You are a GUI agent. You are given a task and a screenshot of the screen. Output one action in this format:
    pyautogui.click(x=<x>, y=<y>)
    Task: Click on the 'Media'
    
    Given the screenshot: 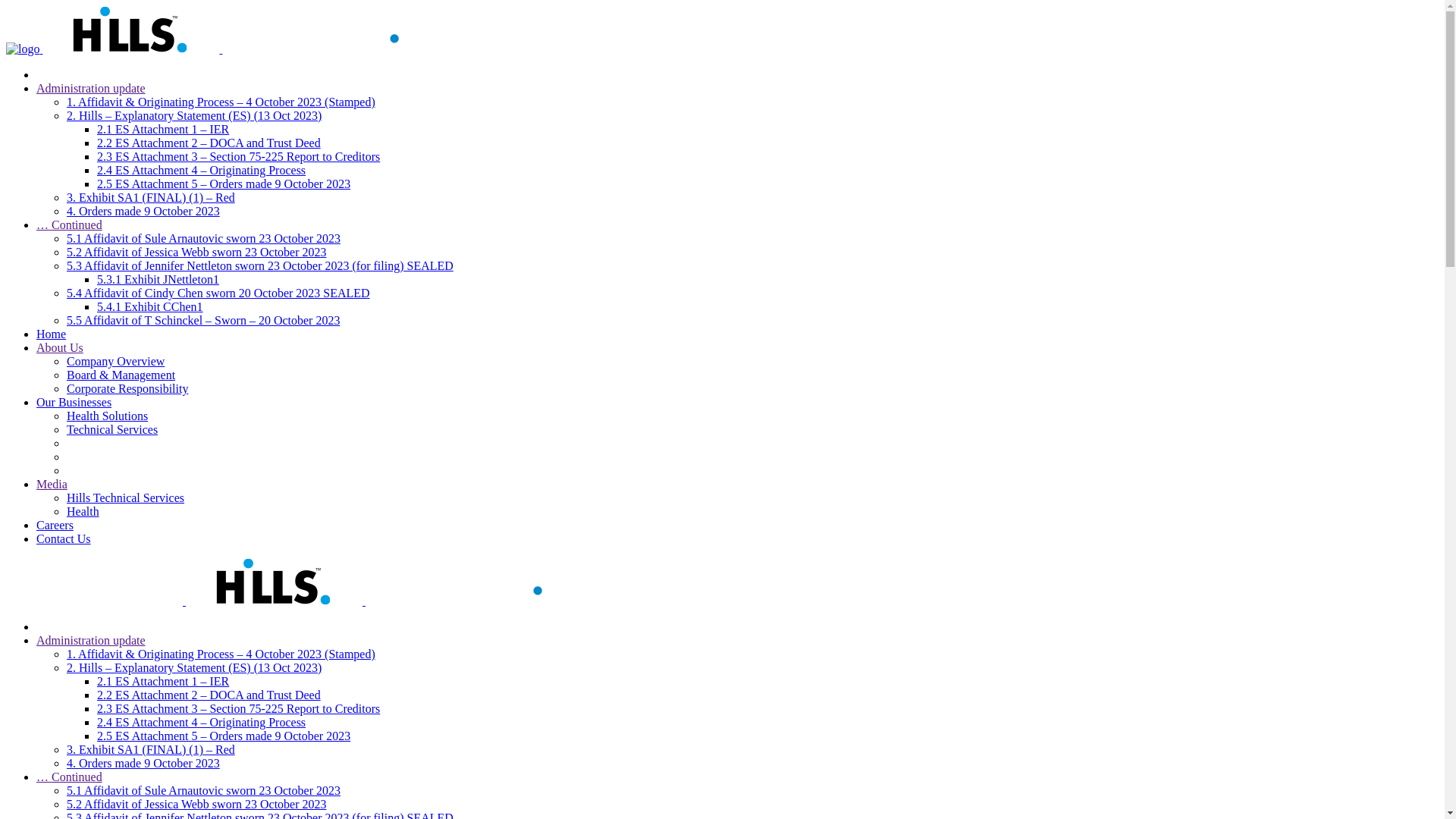 What is the action you would take?
    pyautogui.click(x=52, y=484)
    